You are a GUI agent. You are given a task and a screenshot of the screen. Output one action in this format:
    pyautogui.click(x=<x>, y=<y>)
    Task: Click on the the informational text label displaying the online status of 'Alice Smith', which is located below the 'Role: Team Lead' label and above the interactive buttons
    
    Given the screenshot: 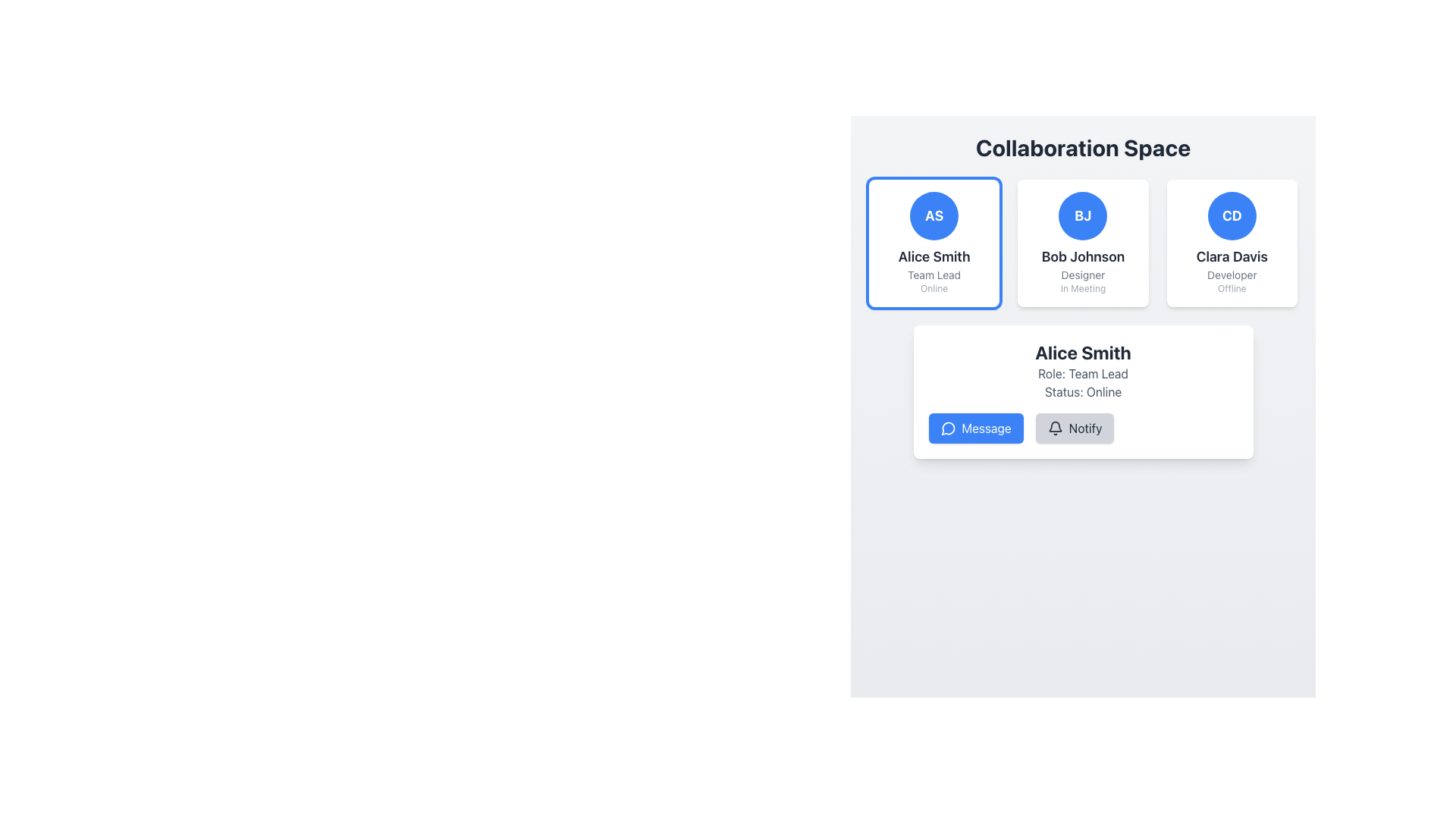 What is the action you would take?
    pyautogui.click(x=1082, y=391)
    